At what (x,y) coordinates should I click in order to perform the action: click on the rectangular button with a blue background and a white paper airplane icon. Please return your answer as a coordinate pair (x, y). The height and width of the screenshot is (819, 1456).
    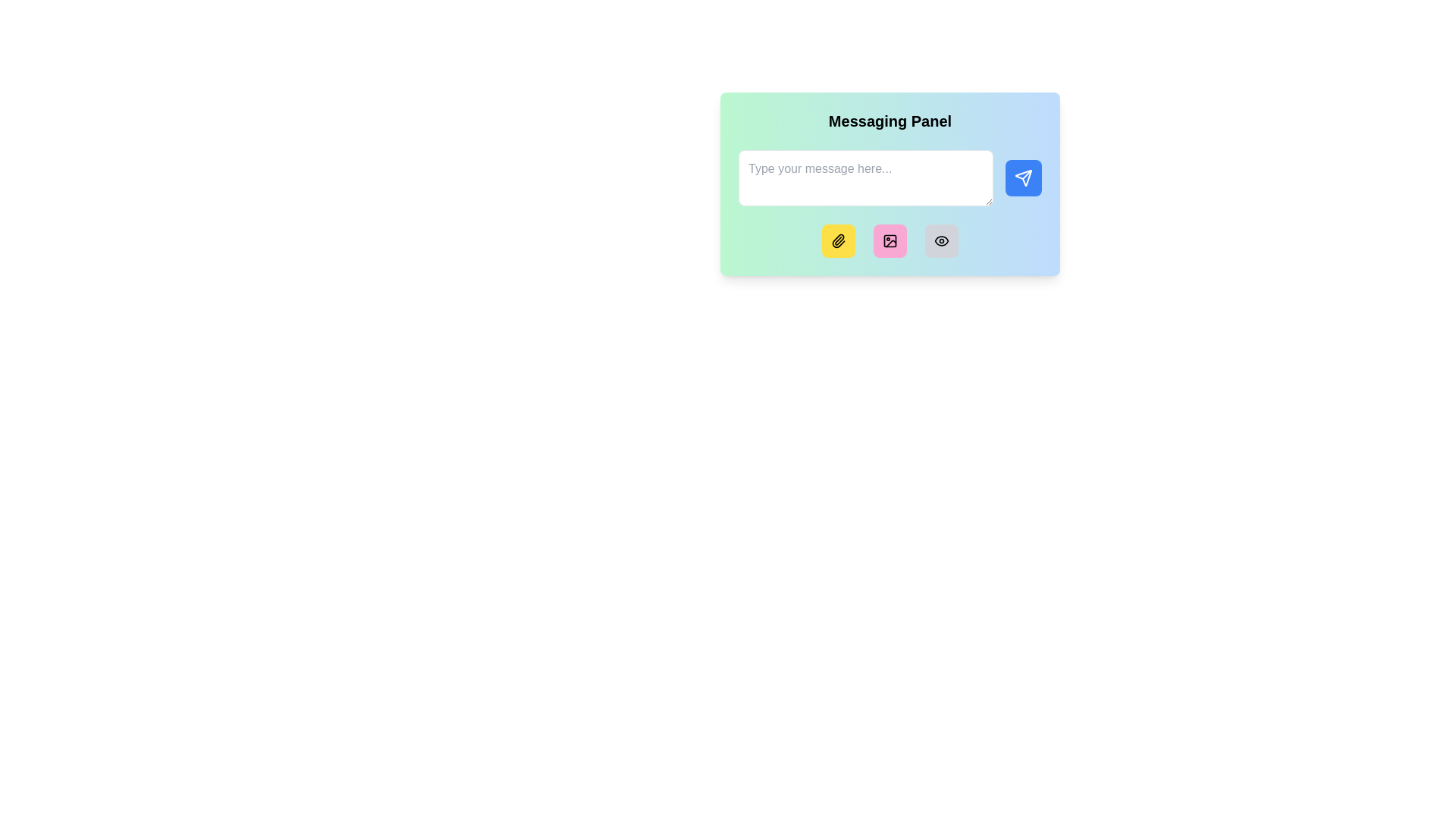
    Looking at the image, I should click on (1023, 177).